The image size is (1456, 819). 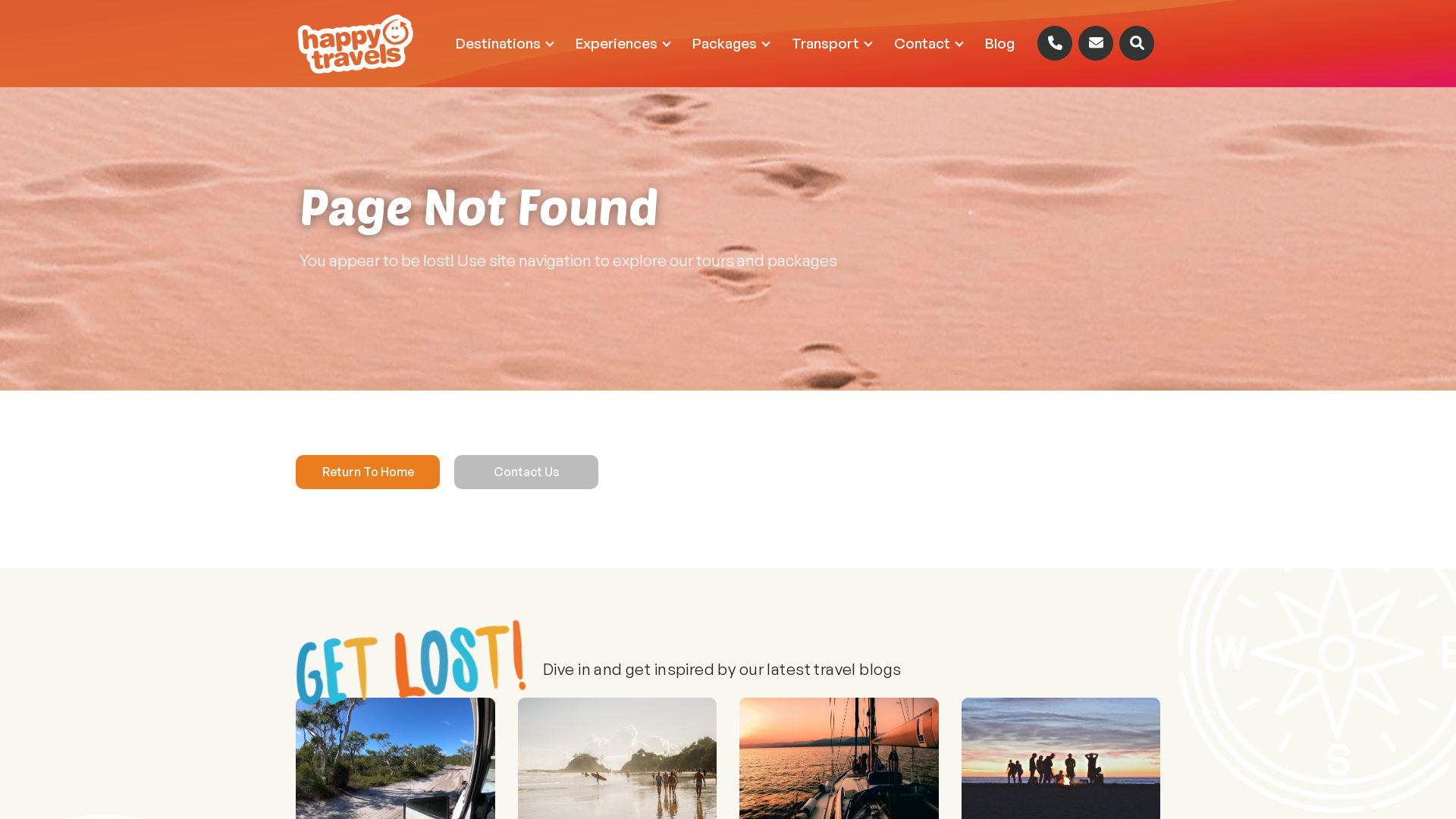 What do you see at coordinates (622, 42) in the screenshot?
I see `'Experiences'` at bounding box center [622, 42].